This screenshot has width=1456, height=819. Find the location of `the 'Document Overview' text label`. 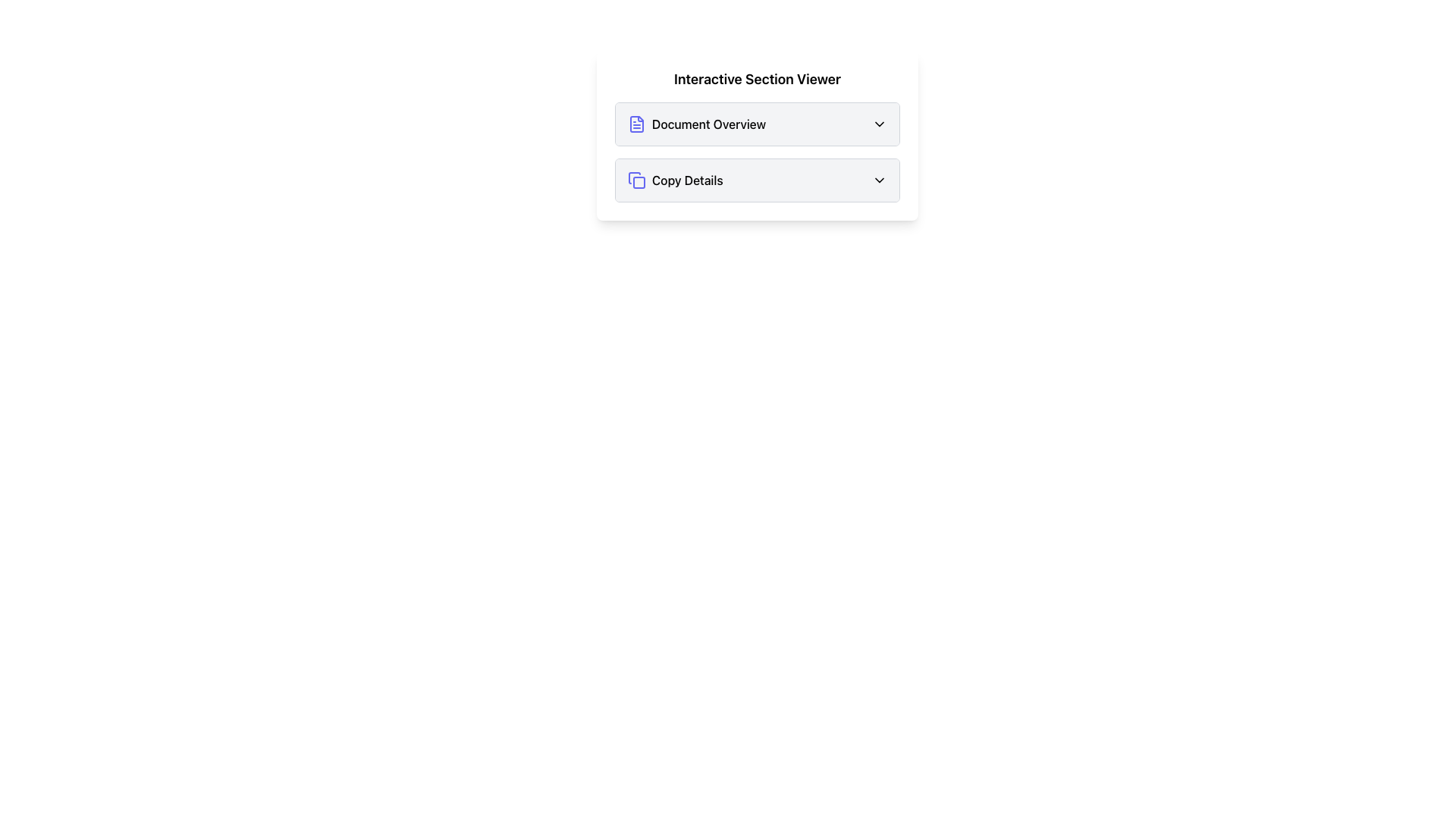

the 'Document Overview' text label is located at coordinates (708, 124).